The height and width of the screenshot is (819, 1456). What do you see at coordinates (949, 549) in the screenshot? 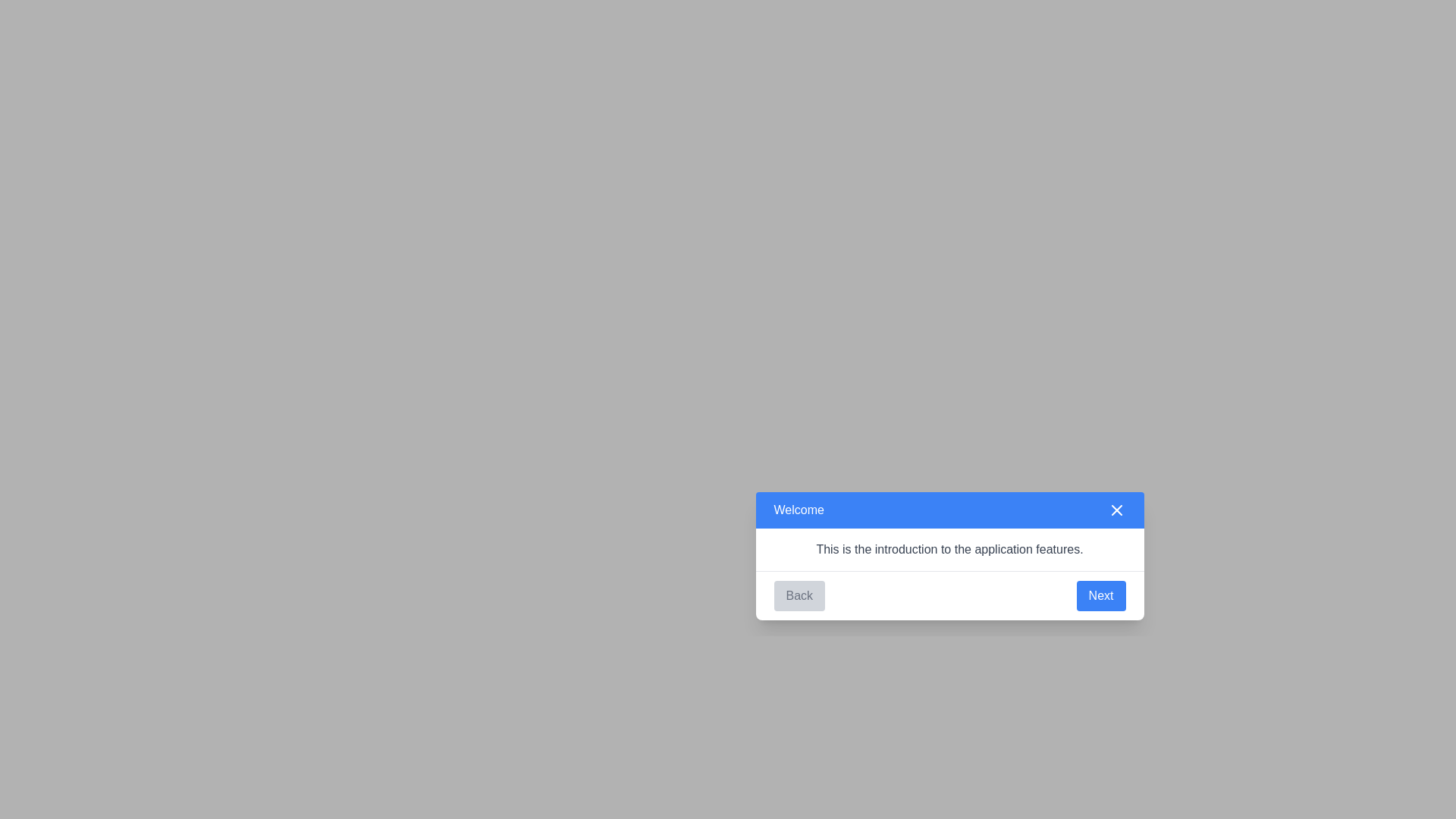
I see `the static text displaying 'This is the introduction to the application features.' located within the modal below the 'Welcome' header` at bounding box center [949, 549].